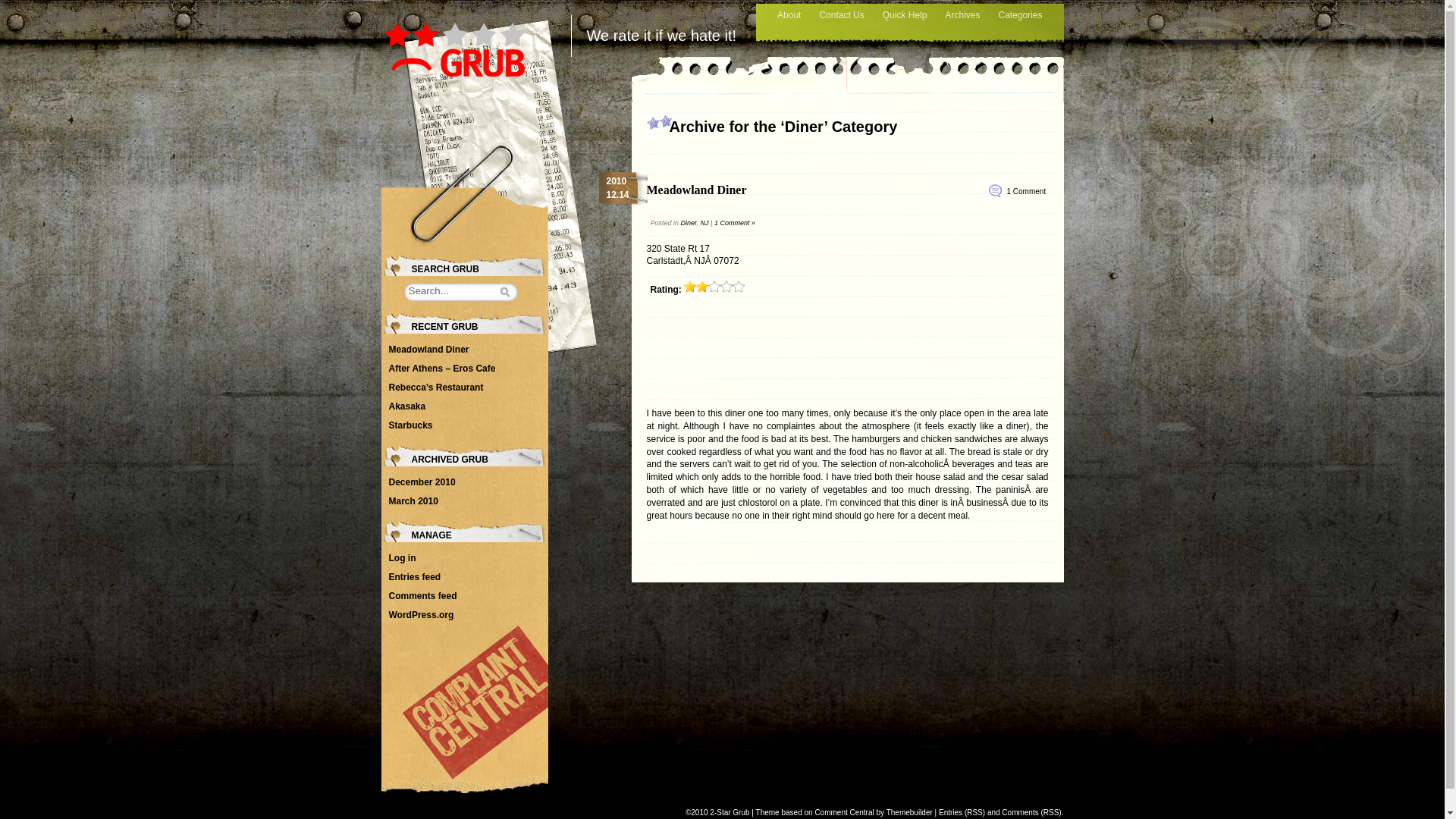 This screenshot has width=1456, height=819. Describe the element at coordinates (704, 222) in the screenshot. I see `'NJ'` at that location.